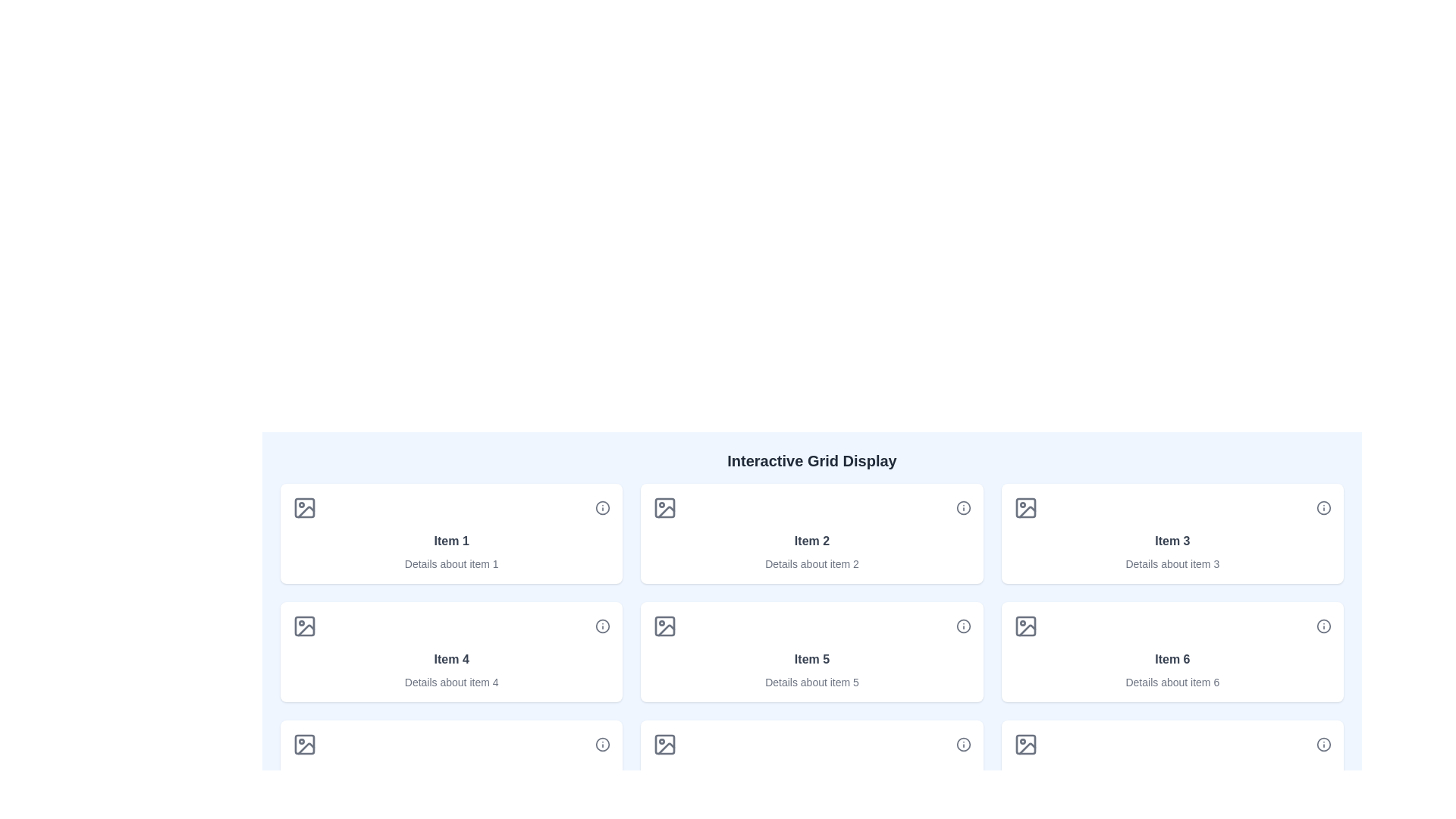 The width and height of the screenshot is (1456, 819). Describe the element at coordinates (602, 508) in the screenshot. I see `the help icon located in the top-right corner of the 'Item 1' card` at that location.